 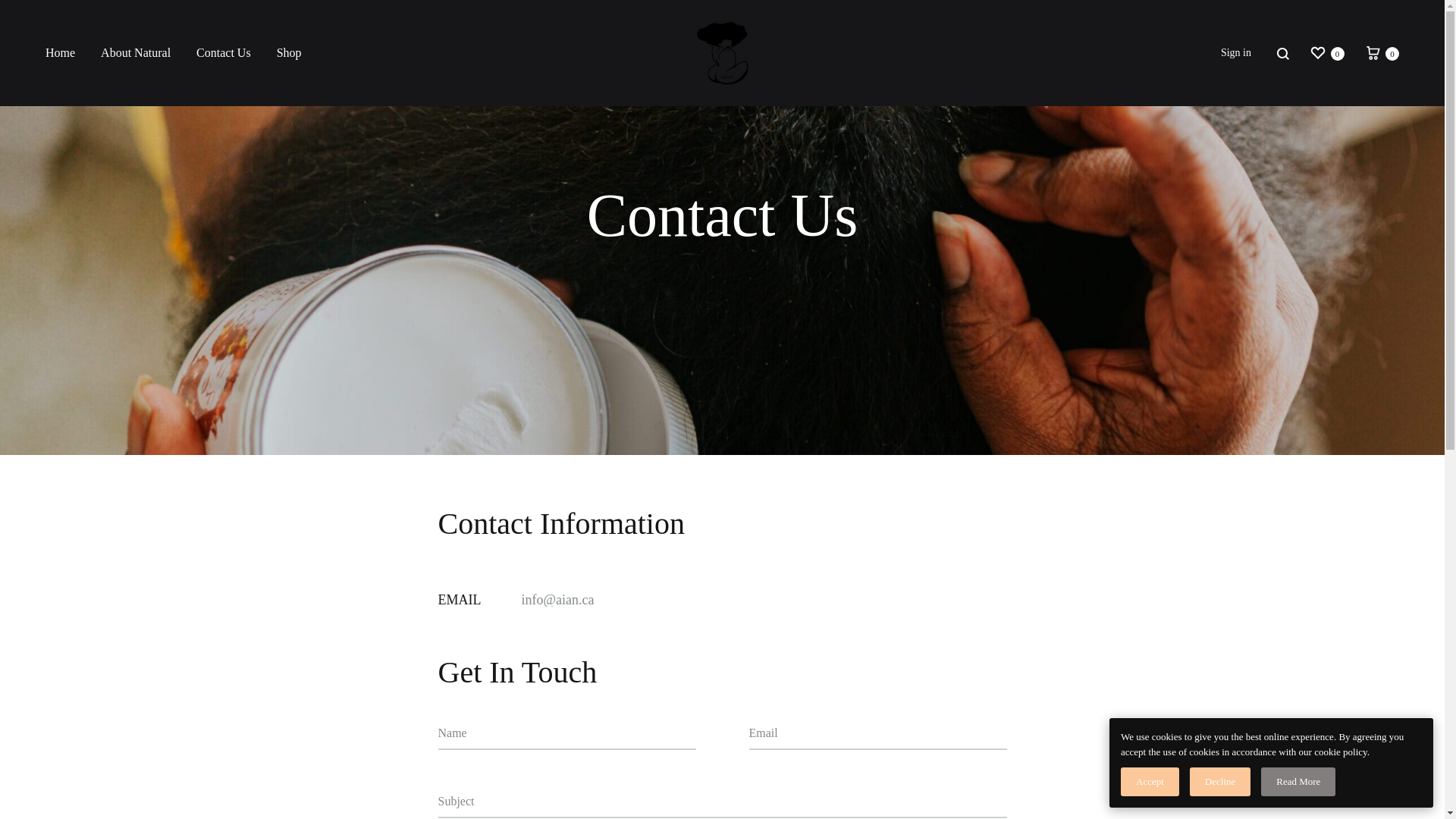 I want to click on 'Cart, so click(x=1363, y=52).